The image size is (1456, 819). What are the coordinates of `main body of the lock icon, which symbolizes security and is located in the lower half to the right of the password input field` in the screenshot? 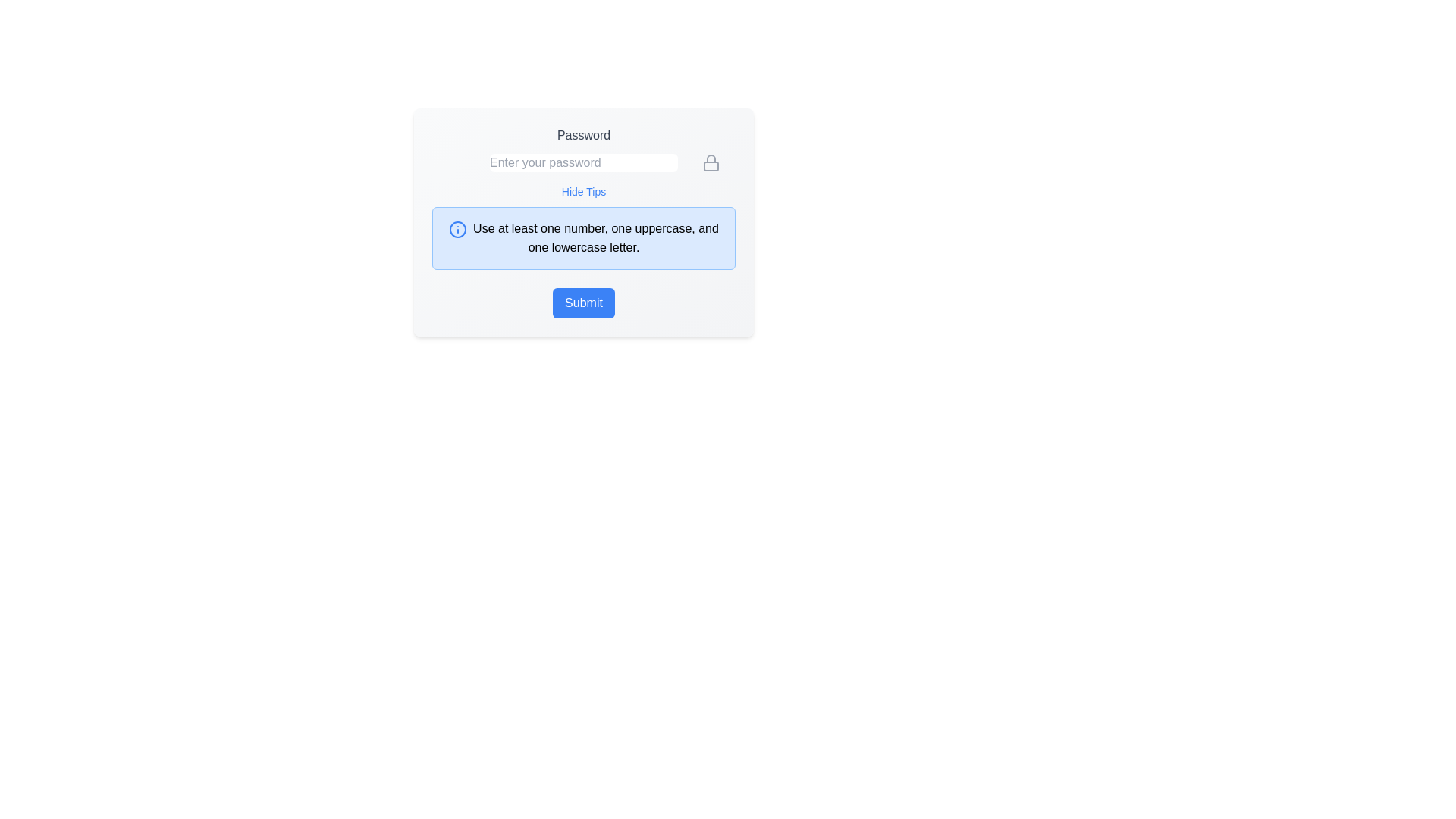 It's located at (710, 166).